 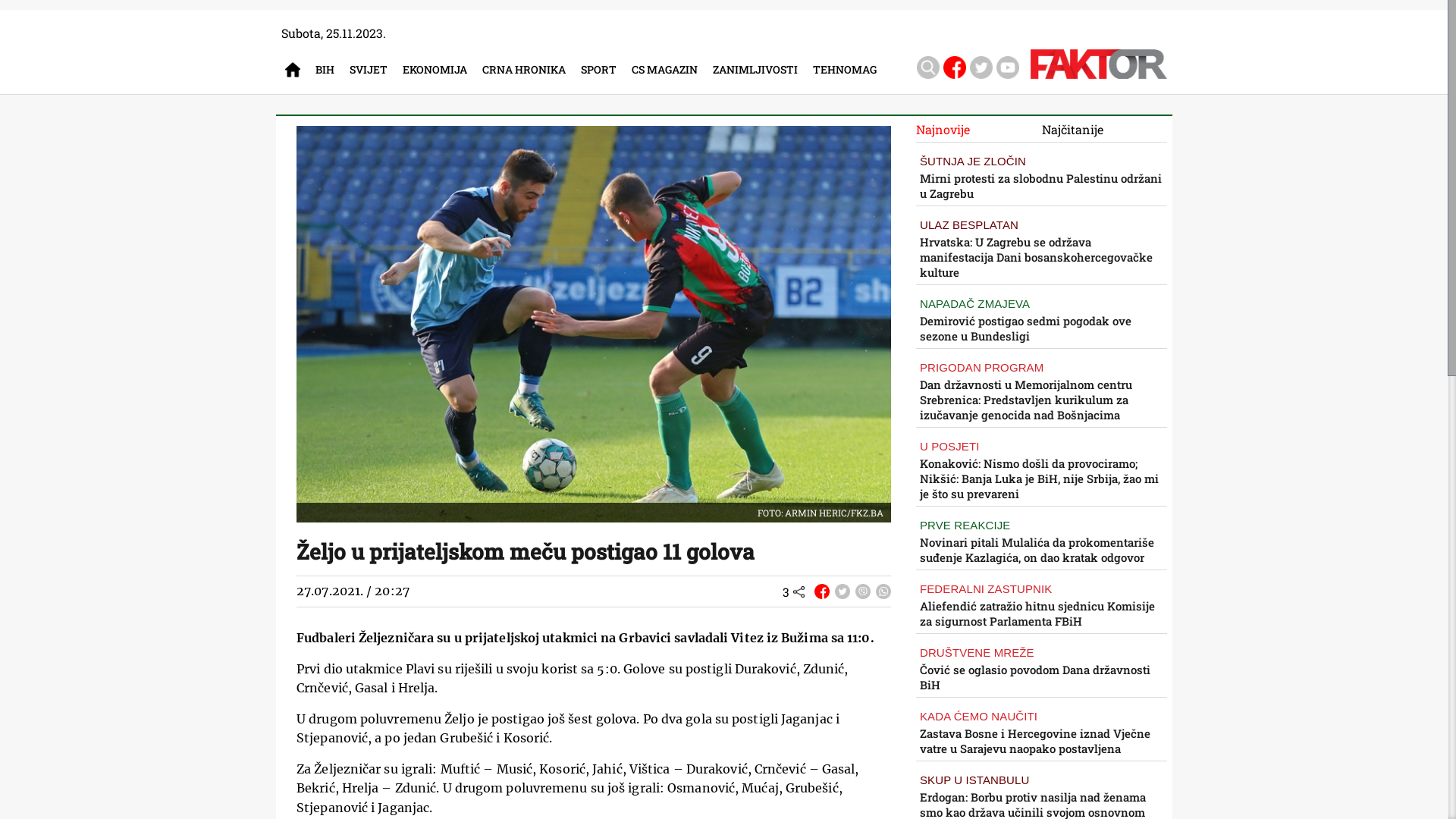 What do you see at coordinates (528, 69) in the screenshot?
I see `'CRNA HRONIKA'` at bounding box center [528, 69].